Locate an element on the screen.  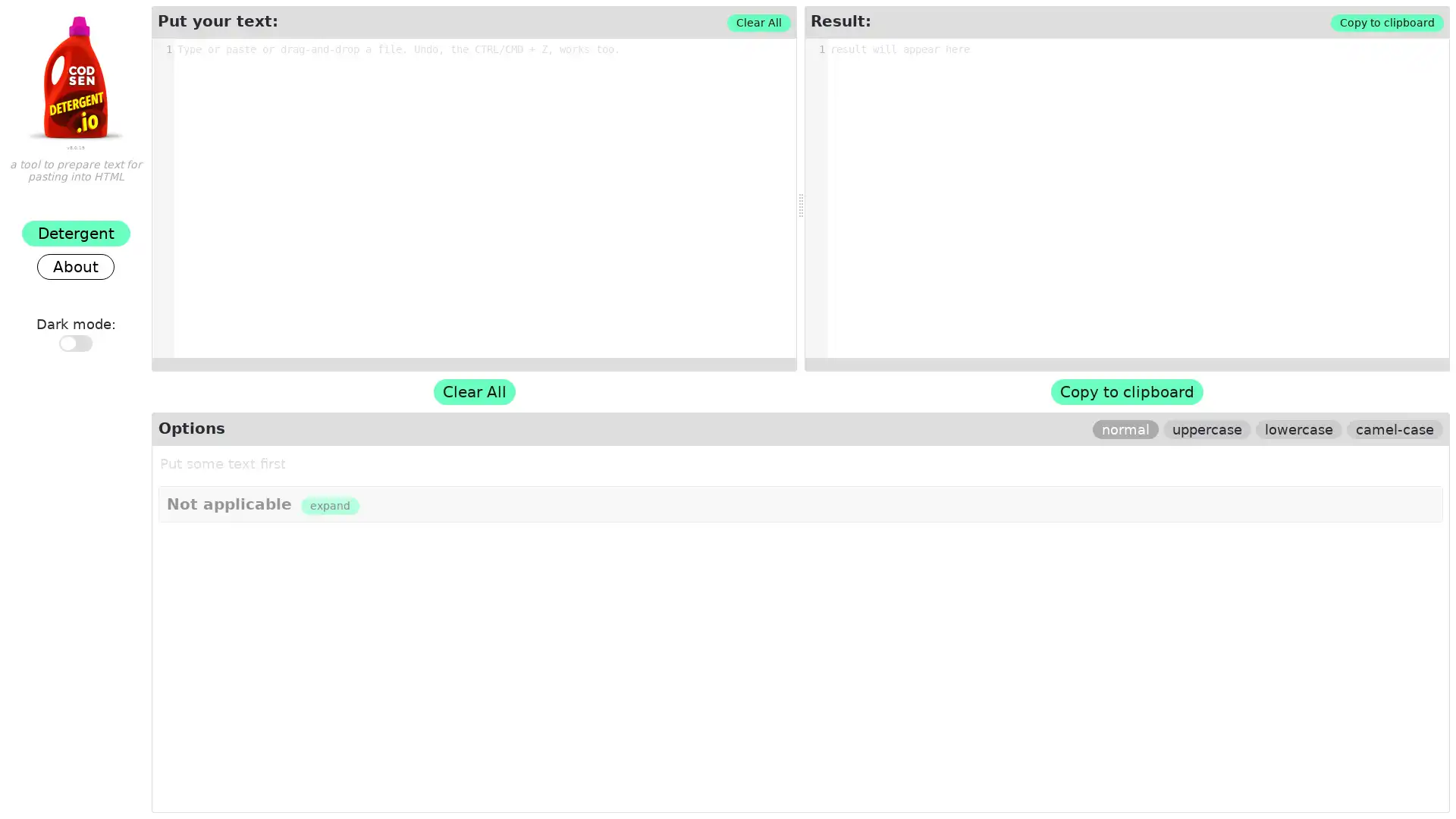
Copy to clipboard is located at coordinates (1387, 23).